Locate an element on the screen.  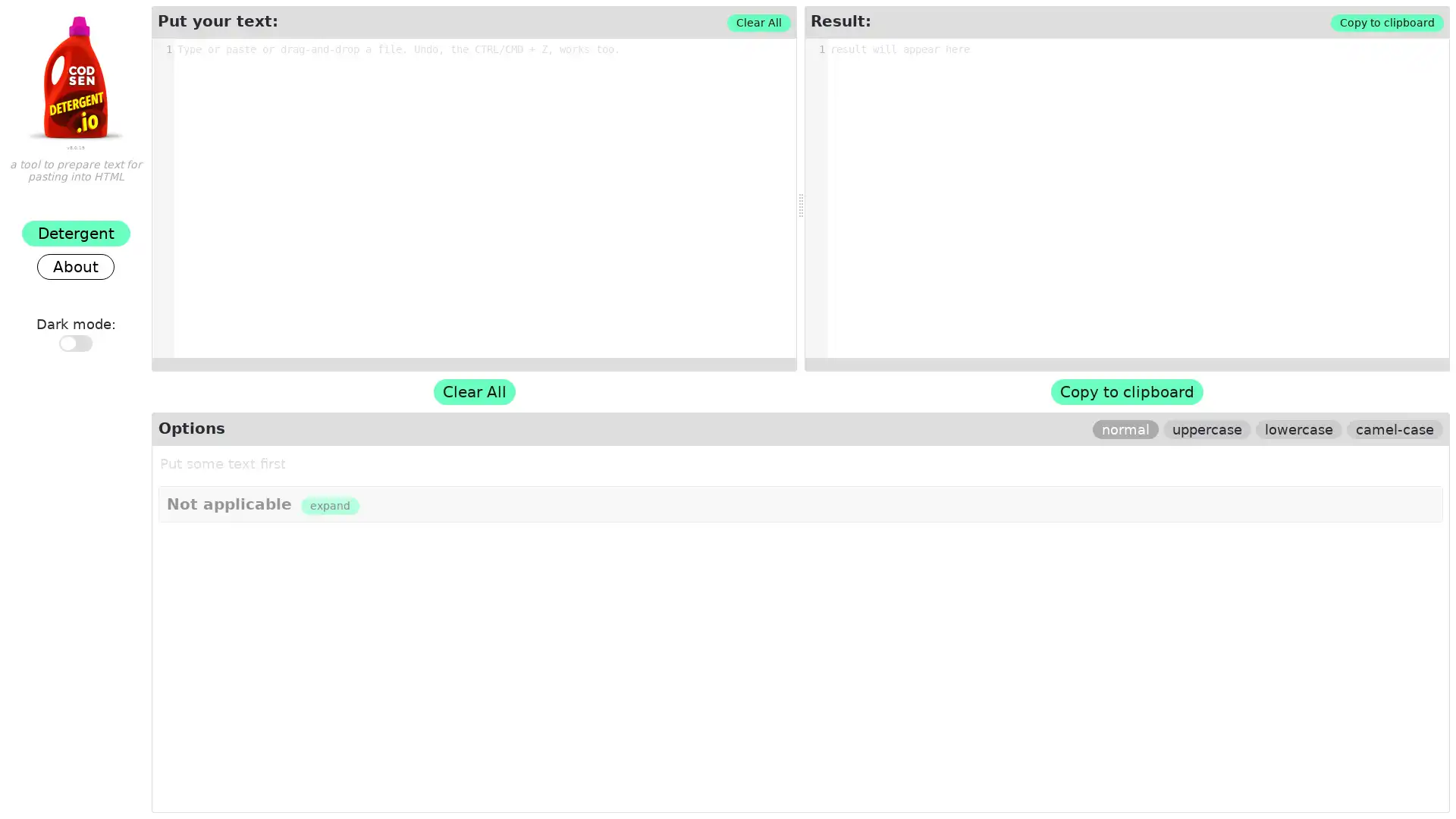
Copy to clipboard is located at coordinates (1387, 23).